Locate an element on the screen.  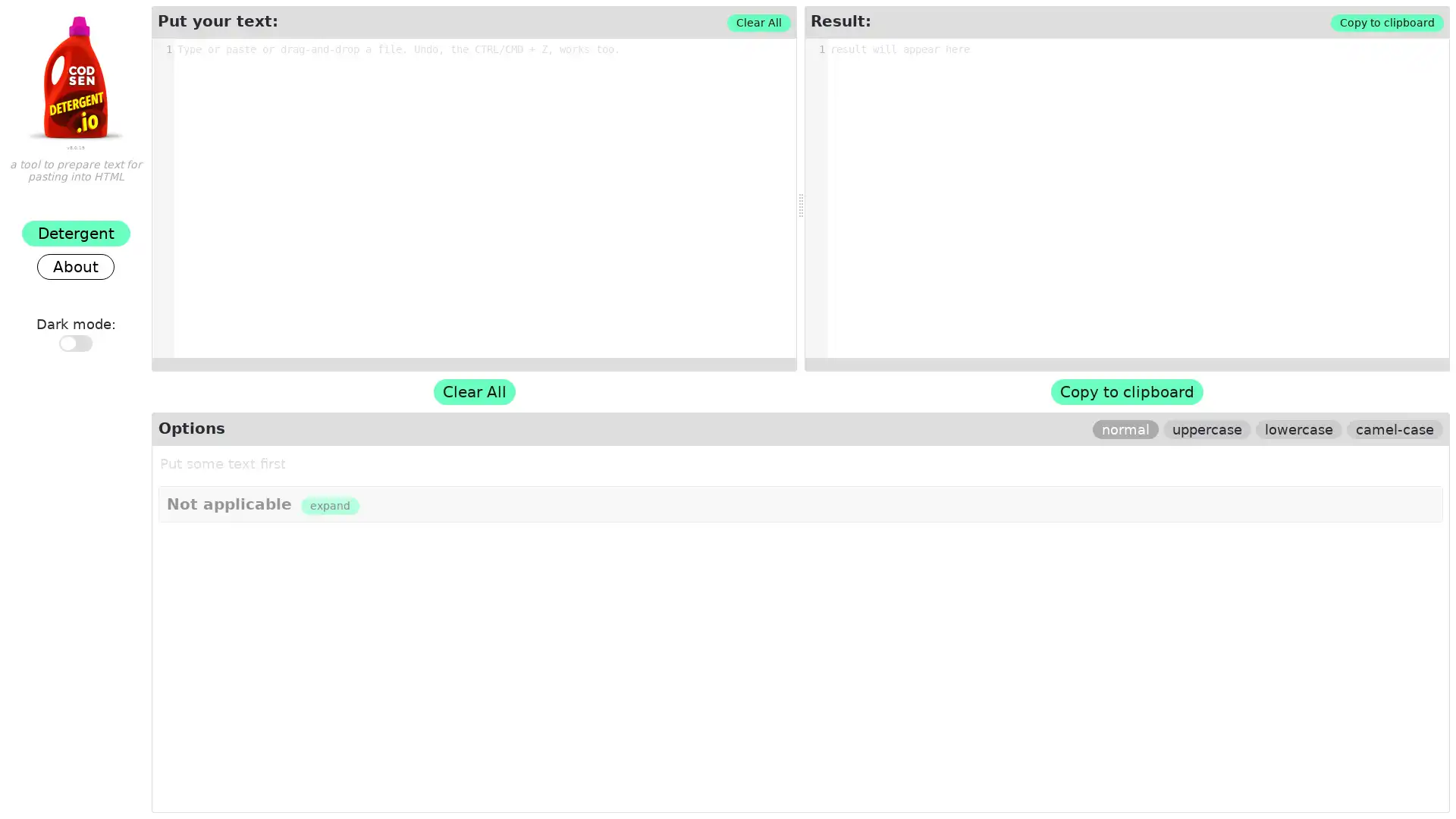
Copy to clipboard is located at coordinates (1387, 23).